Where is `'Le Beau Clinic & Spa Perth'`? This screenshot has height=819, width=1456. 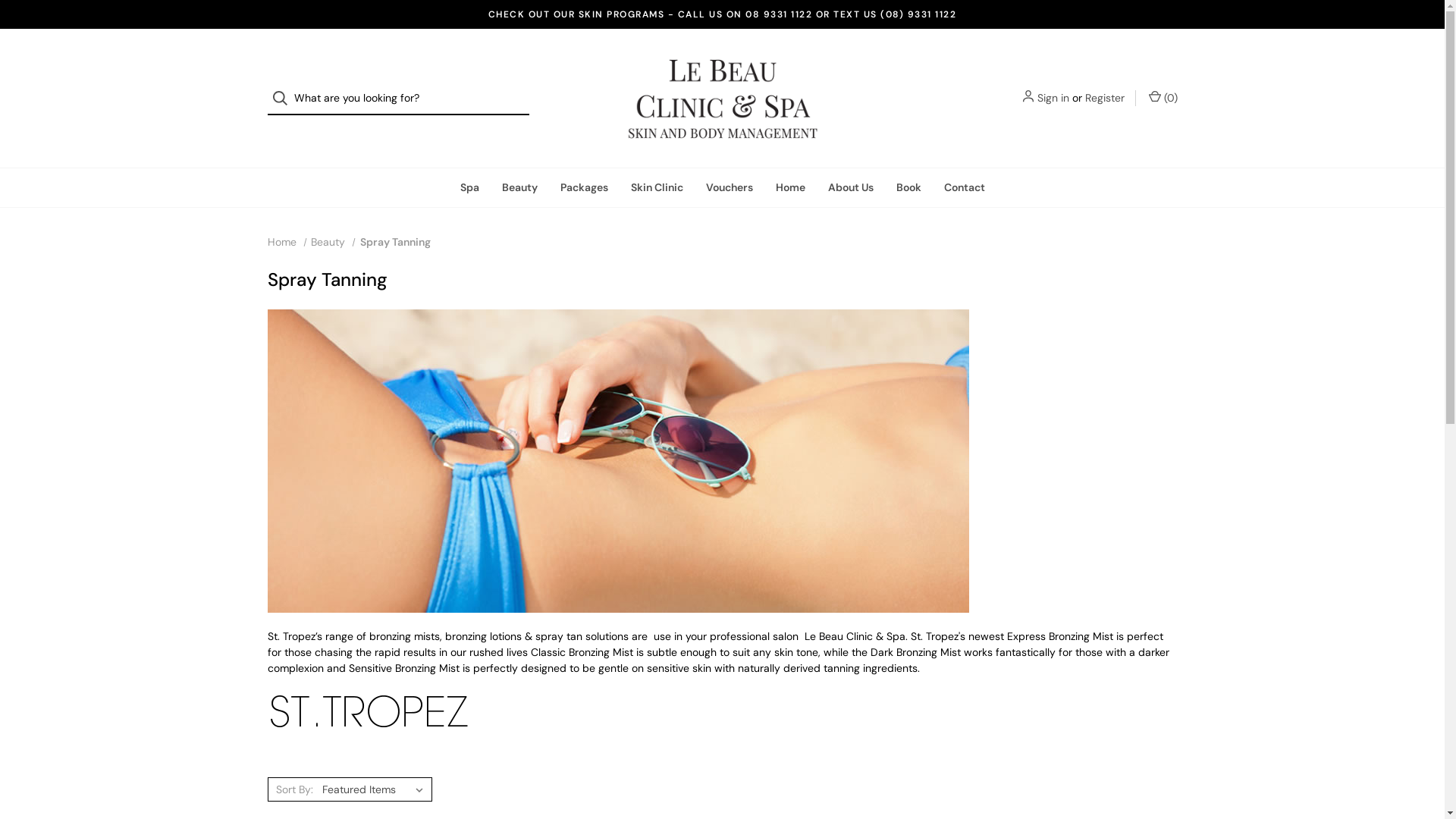
'Le Beau Clinic & Spa Perth' is located at coordinates (607, 98).